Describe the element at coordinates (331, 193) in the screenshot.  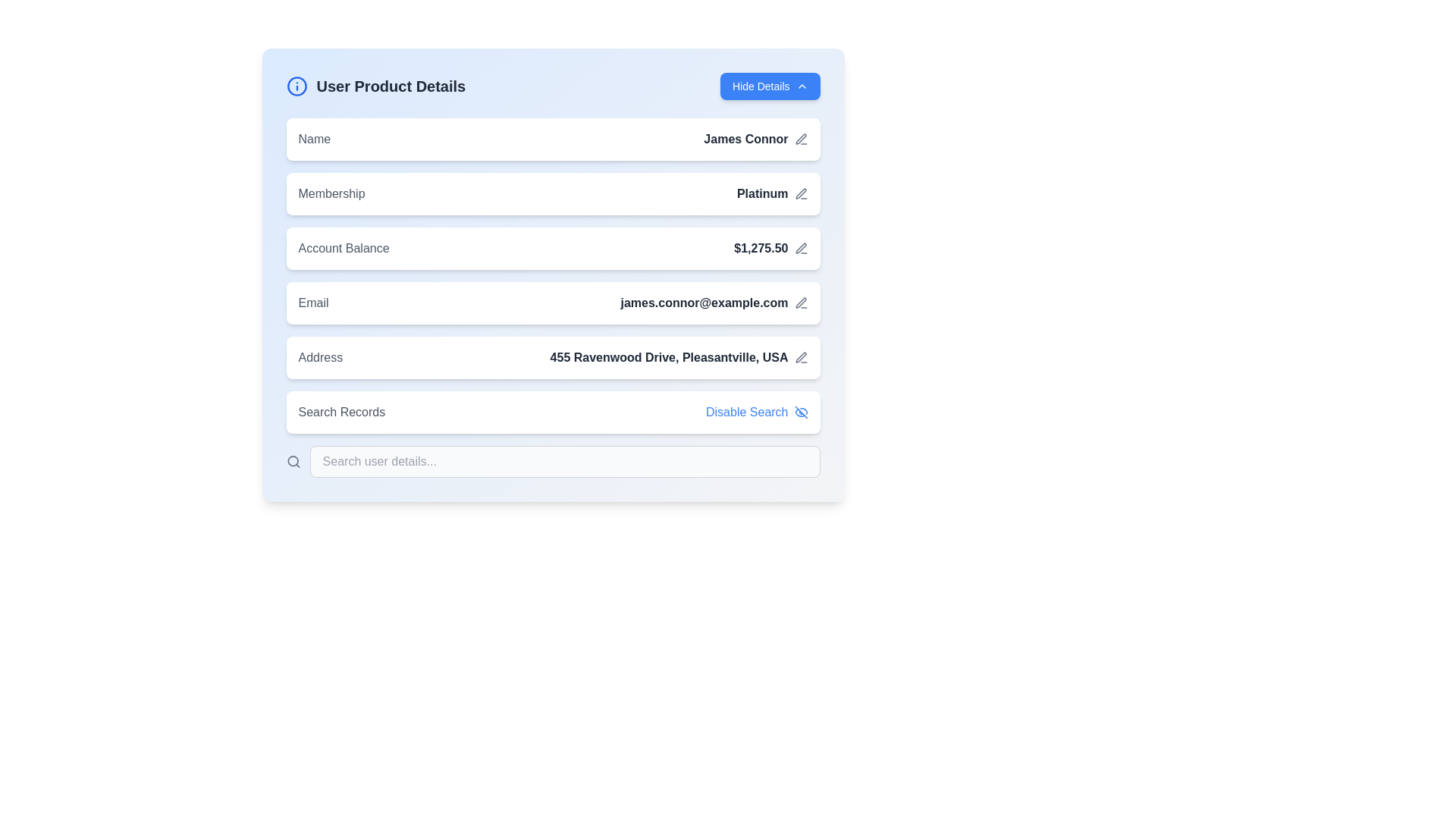
I see `the Text label that categorizes the user's membership type, located at the top left of the 'User Product Details' section, adjacent to the 'Platinum' text and an edit icon` at that location.